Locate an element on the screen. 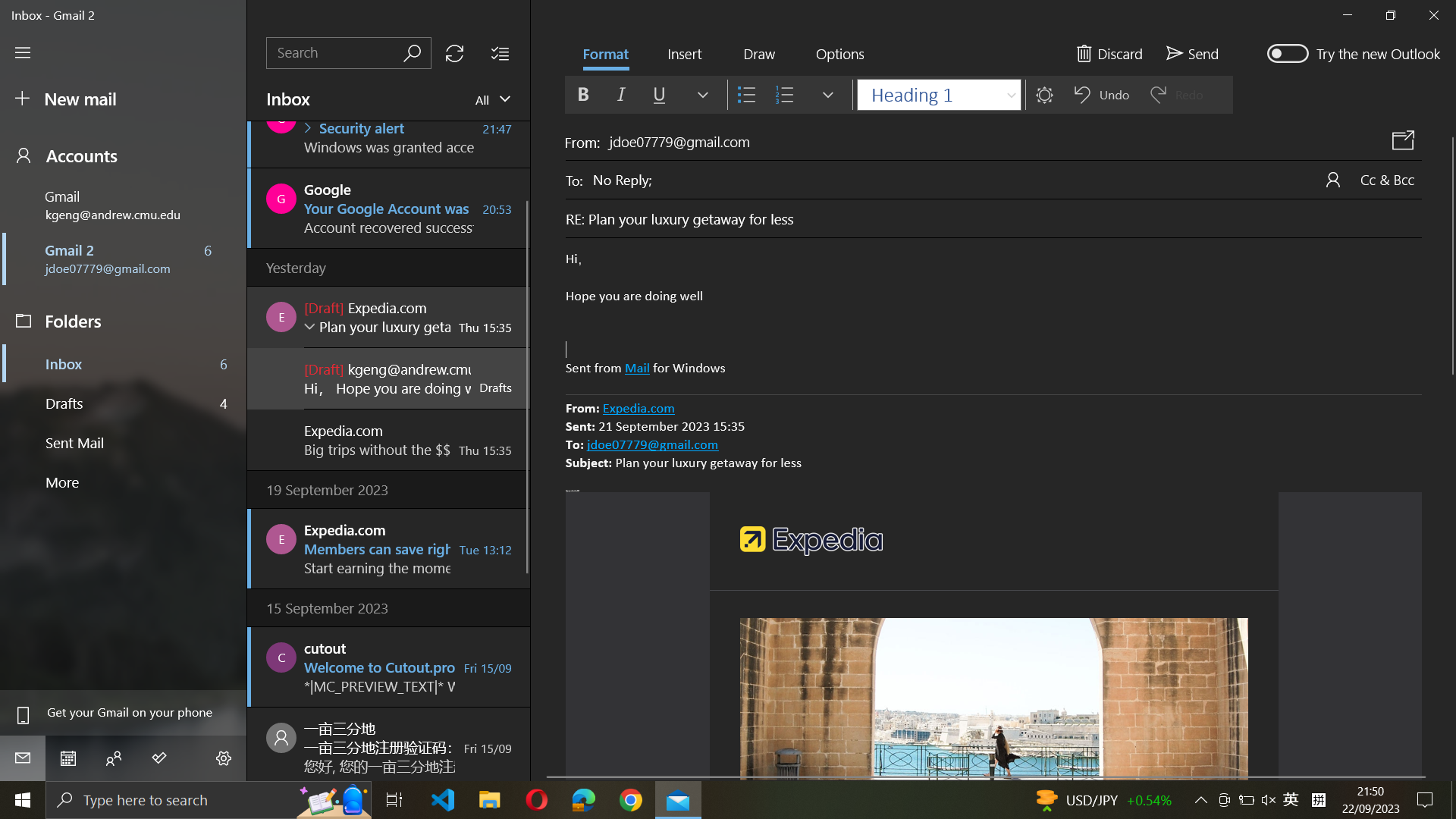  Change the email address in the recipient field to "abc@example.com is located at coordinates (1007, 177).